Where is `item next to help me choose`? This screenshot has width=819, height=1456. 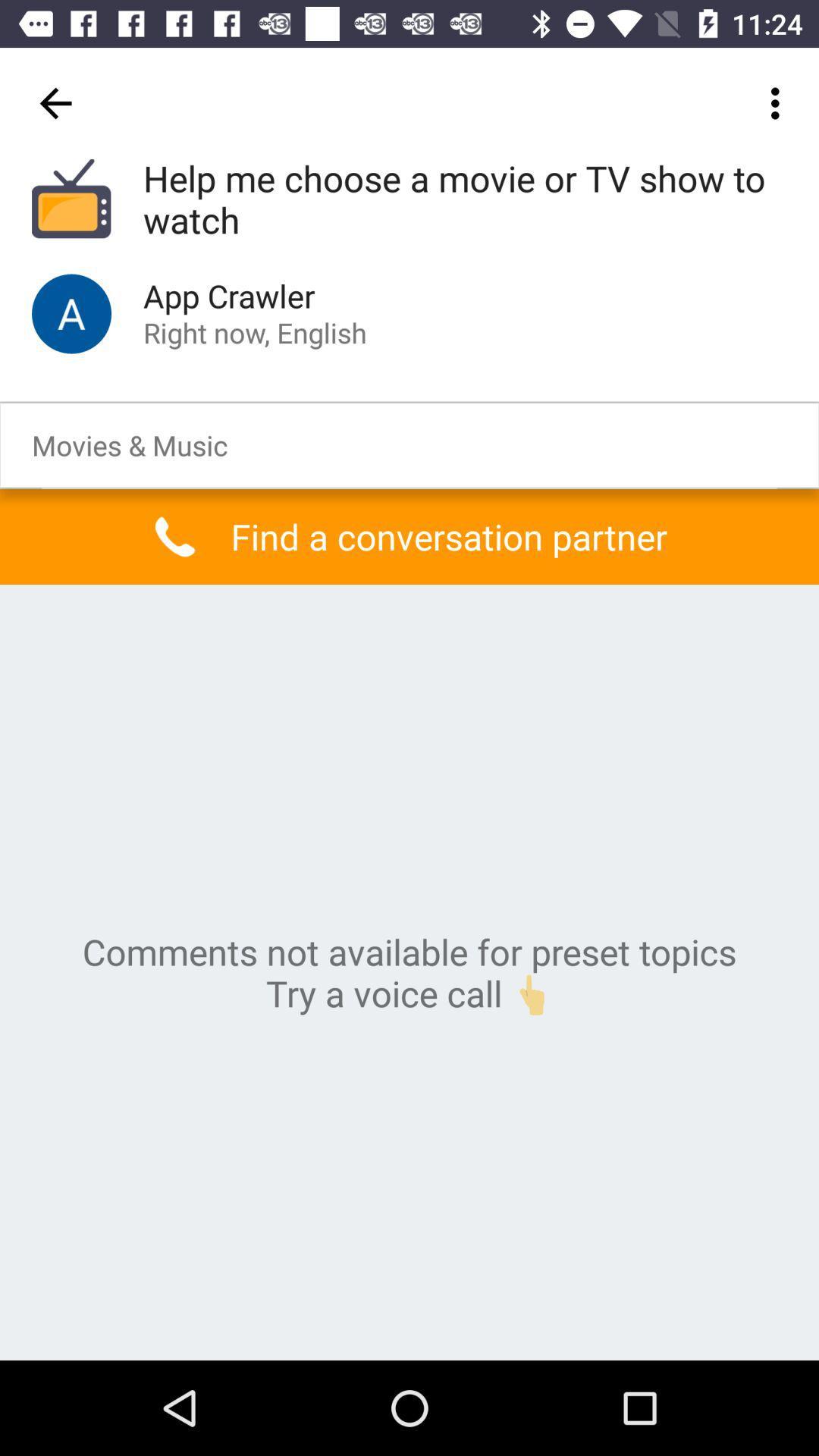 item next to help me choose is located at coordinates (55, 102).